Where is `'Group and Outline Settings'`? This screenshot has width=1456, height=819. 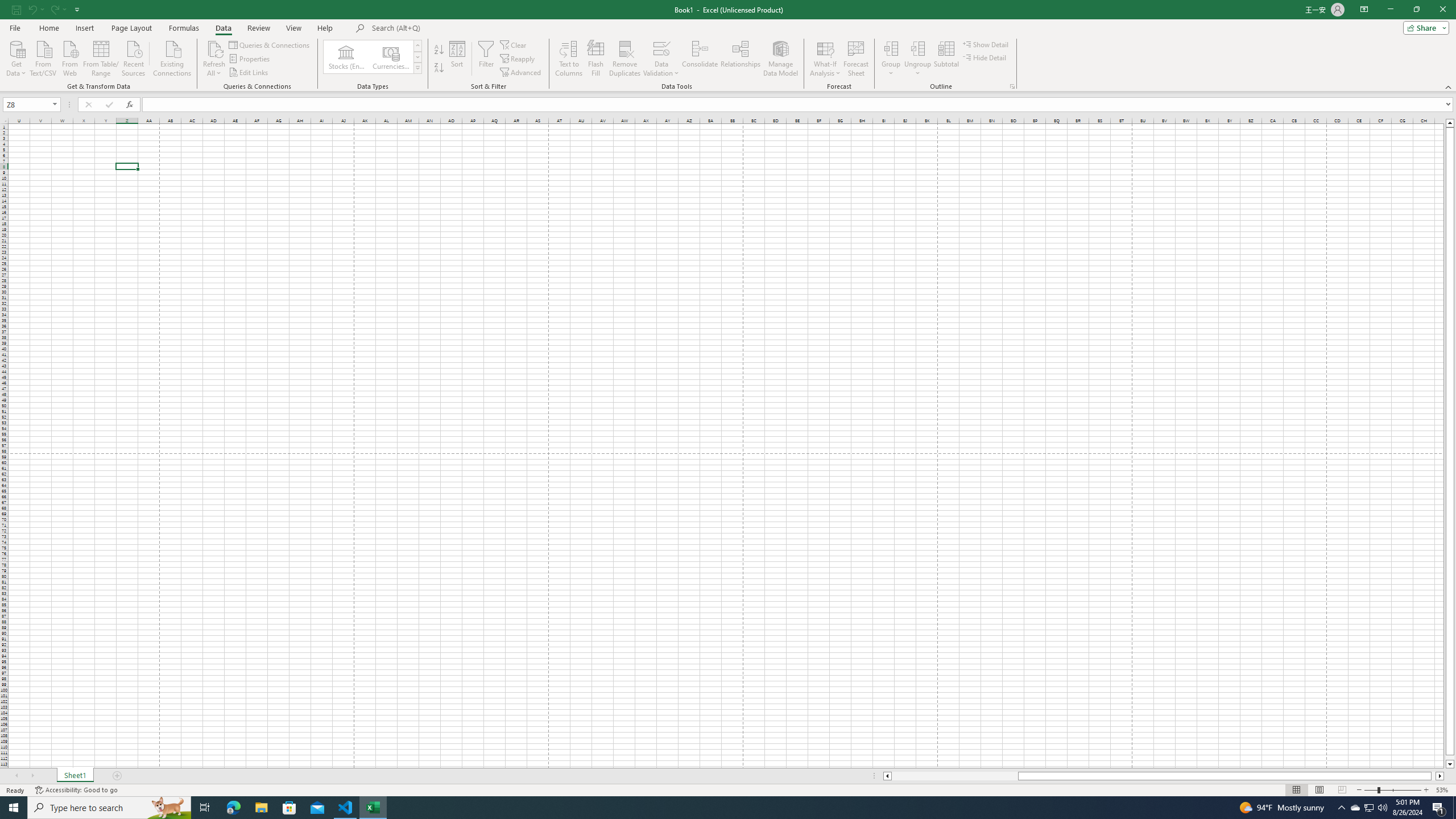
'Group and Outline Settings' is located at coordinates (1011, 85).